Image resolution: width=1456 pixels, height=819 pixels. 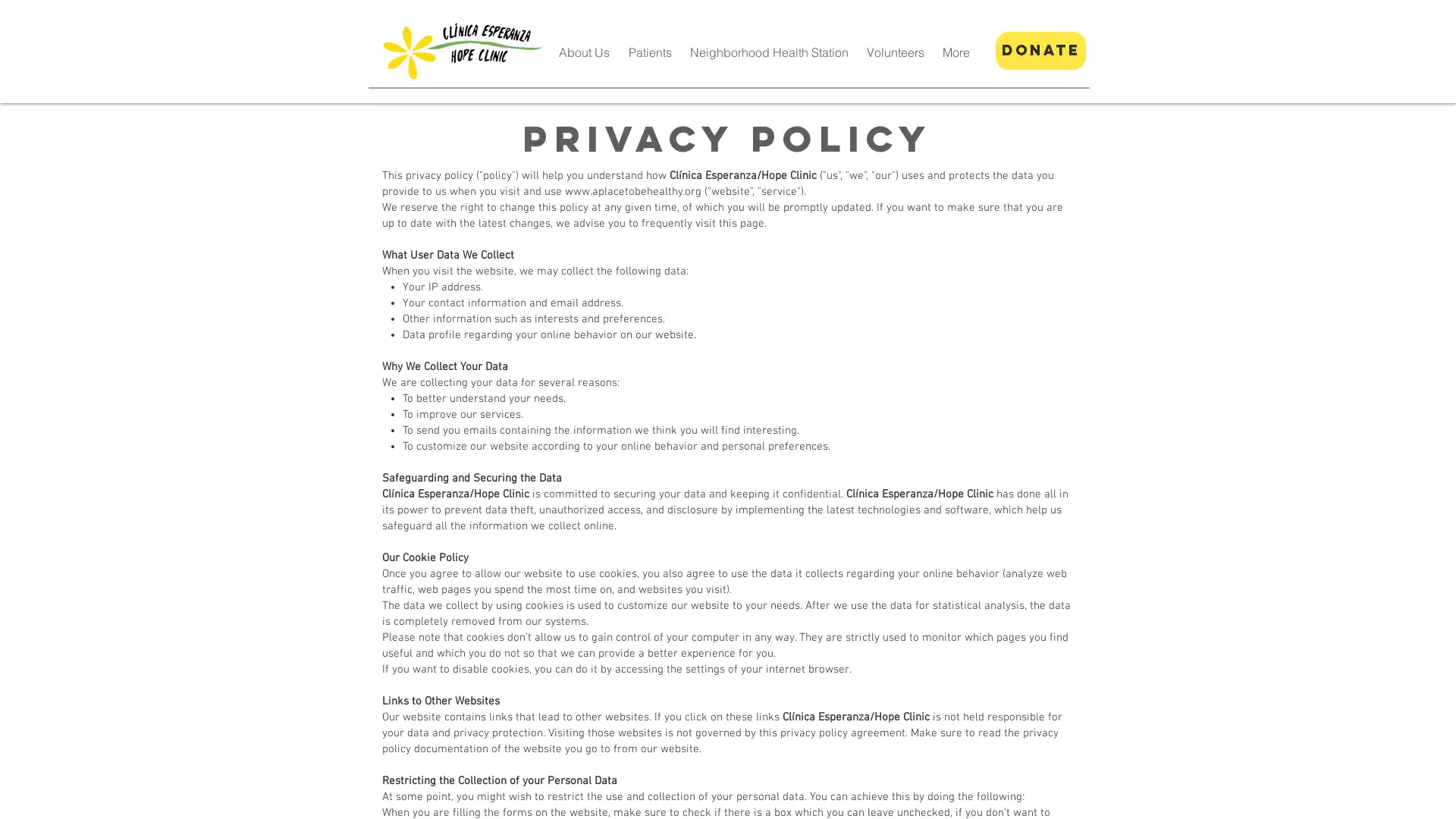 What do you see at coordinates (1437, 794) in the screenshot?
I see `Close` at bounding box center [1437, 794].